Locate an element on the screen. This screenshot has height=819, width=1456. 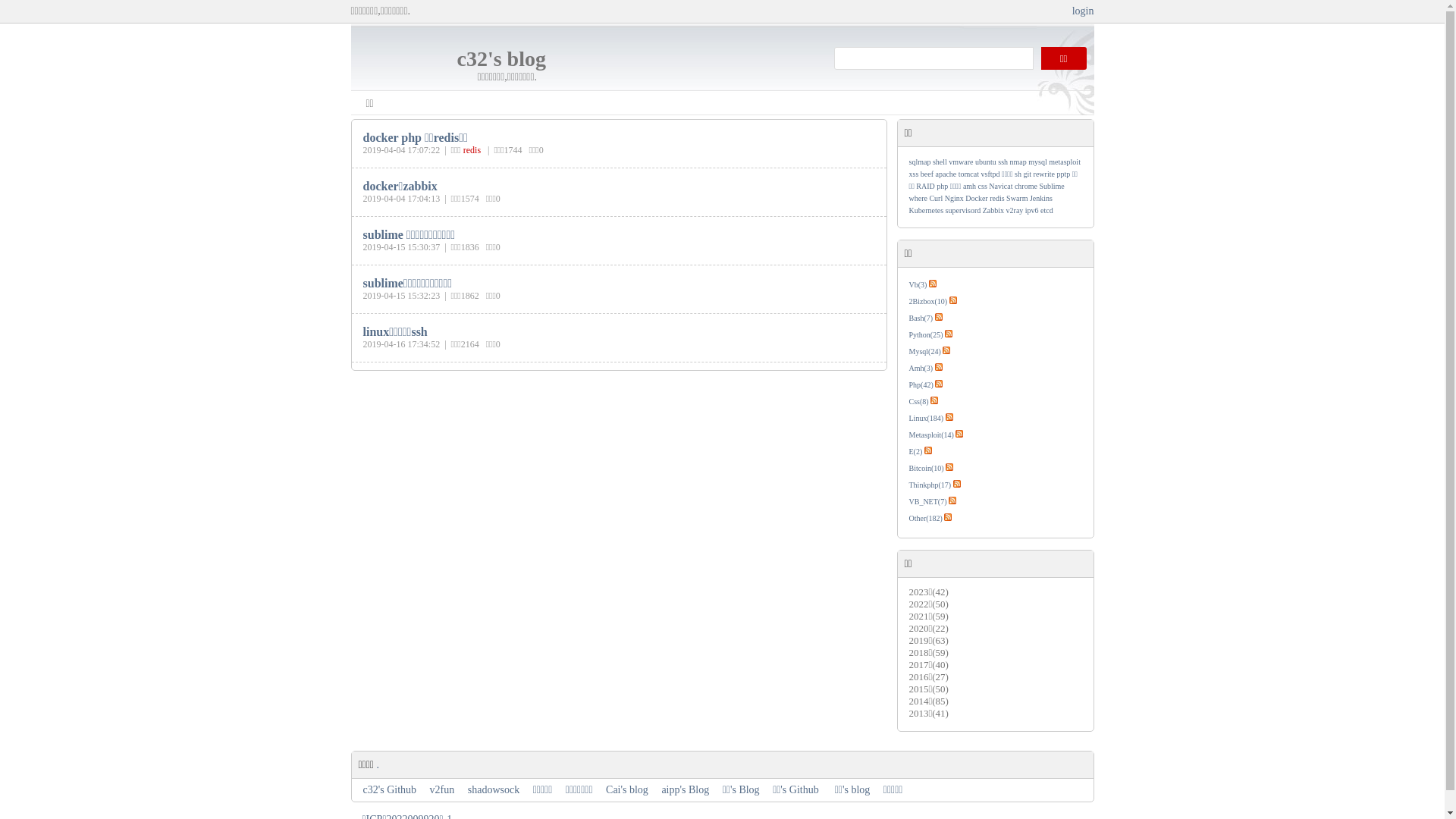
'Swarm' is located at coordinates (1016, 197).